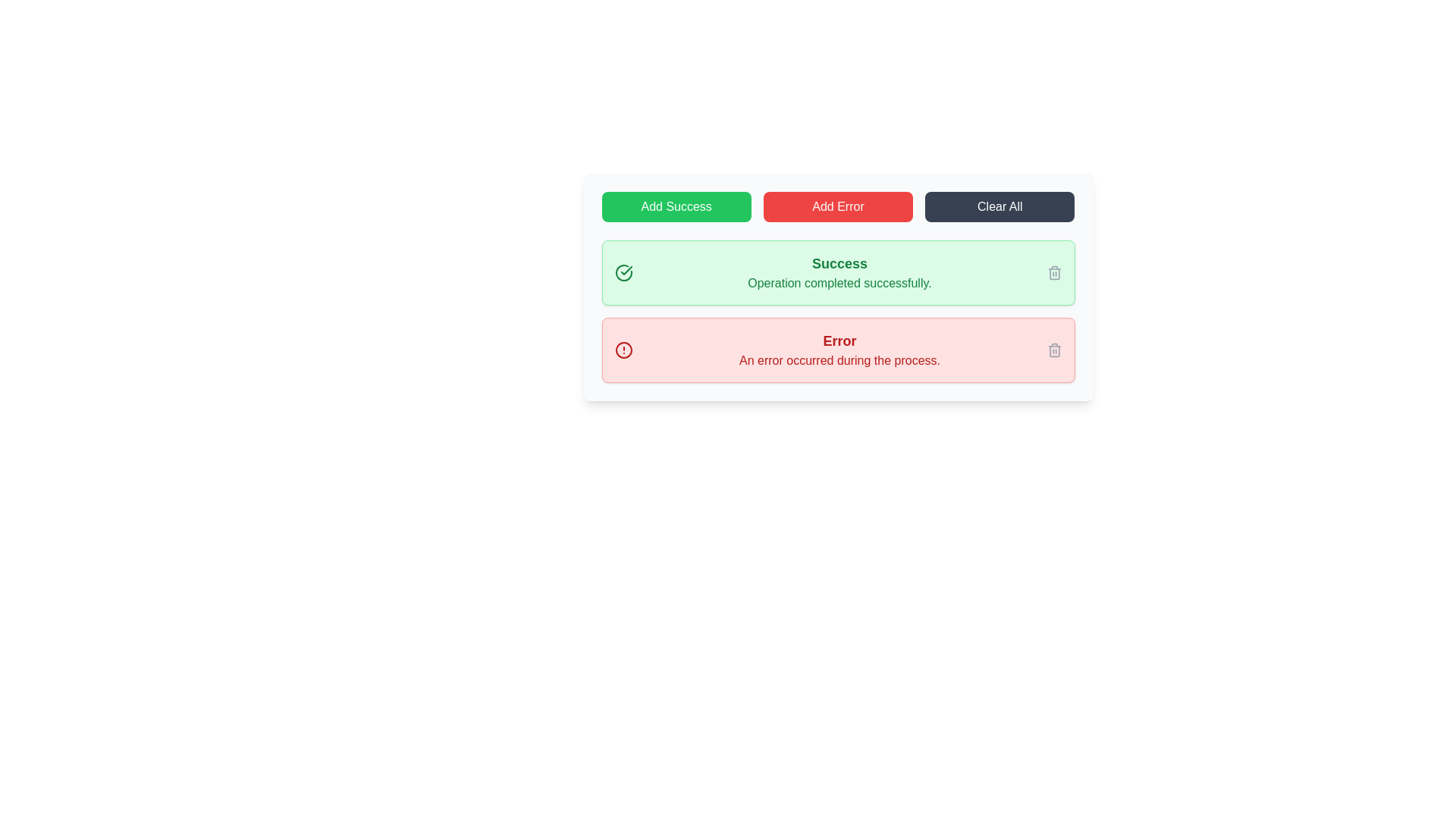 The image size is (1456, 819). What do you see at coordinates (623, 350) in the screenshot?
I see `the circular vector graphic with a red stroke, which is the outer border of the alert icon inside the red-shaded rectangular area at the bottom of the message listing panel` at bounding box center [623, 350].